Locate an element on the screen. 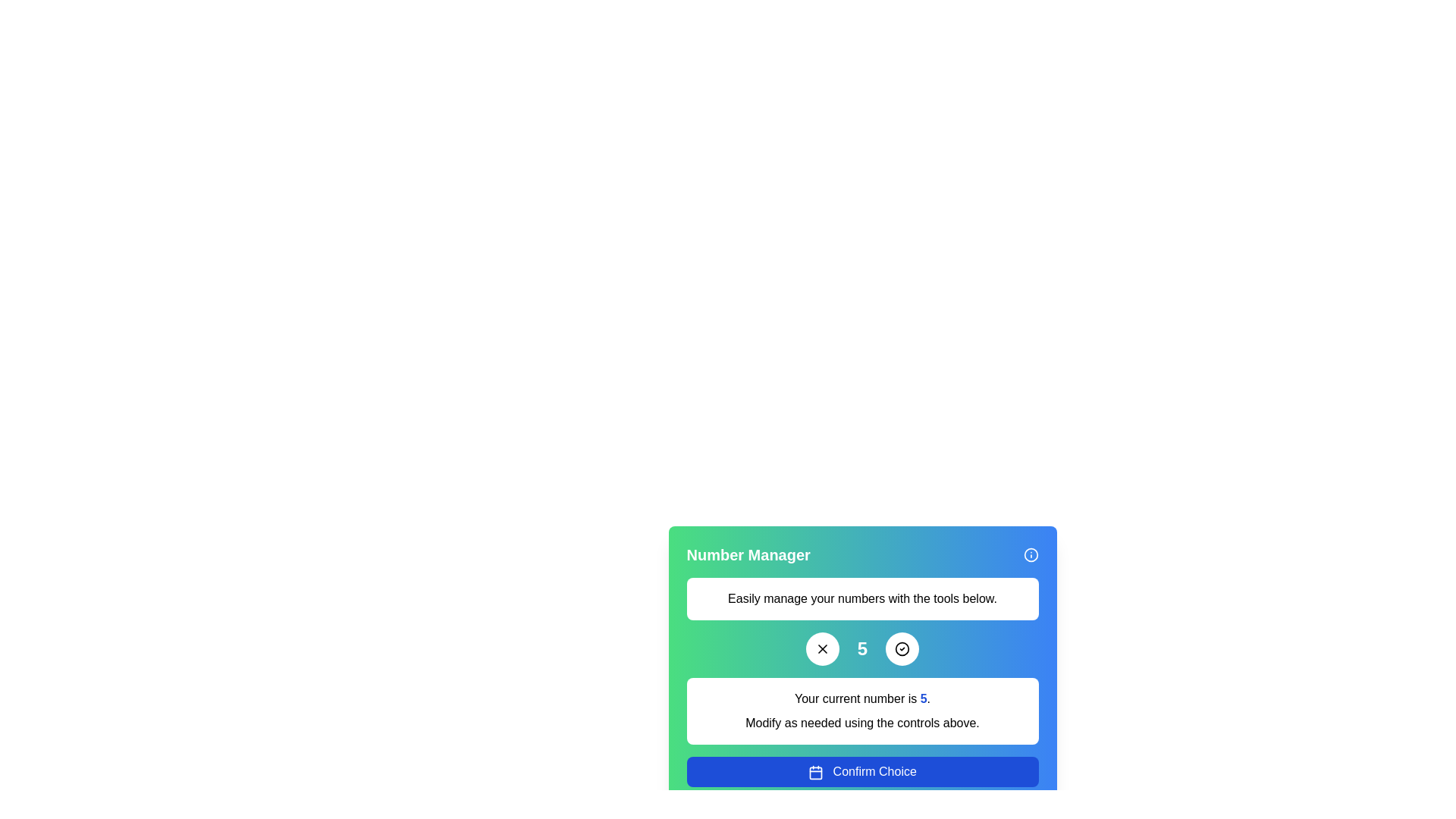 The height and width of the screenshot is (819, 1456). the SVG circle element that is part of a check mark graphic within an icon, located at the center of the icon above a number is located at coordinates (902, 648).